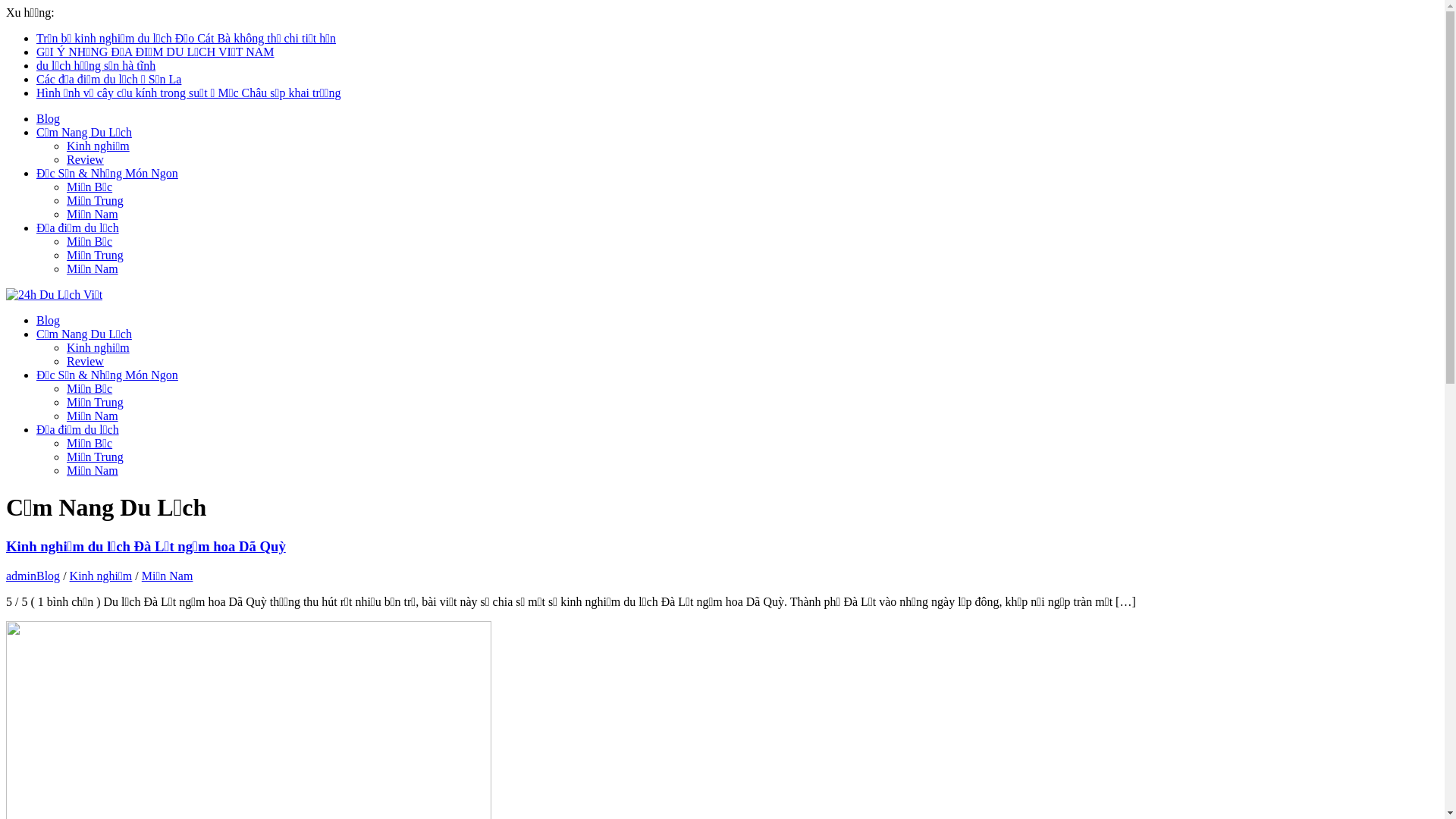 This screenshot has width=1456, height=819. Describe the element at coordinates (36, 319) in the screenshot. I see `'Blog'` at that location.